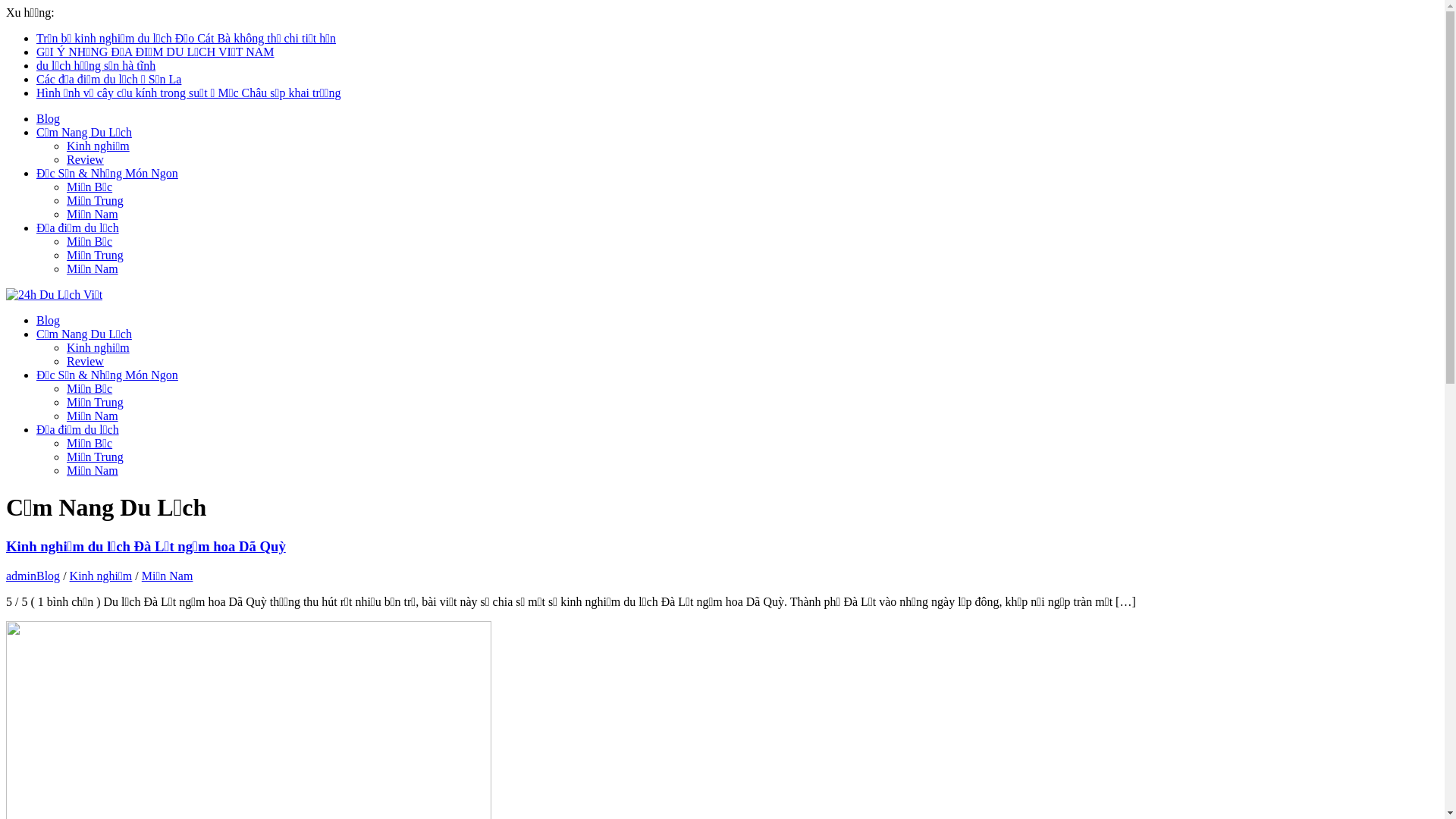 This screenshot has width=1456, height=819. Describe the element at coordinates (36, 319) in the screenshot. I see `'Blog'` at that location.